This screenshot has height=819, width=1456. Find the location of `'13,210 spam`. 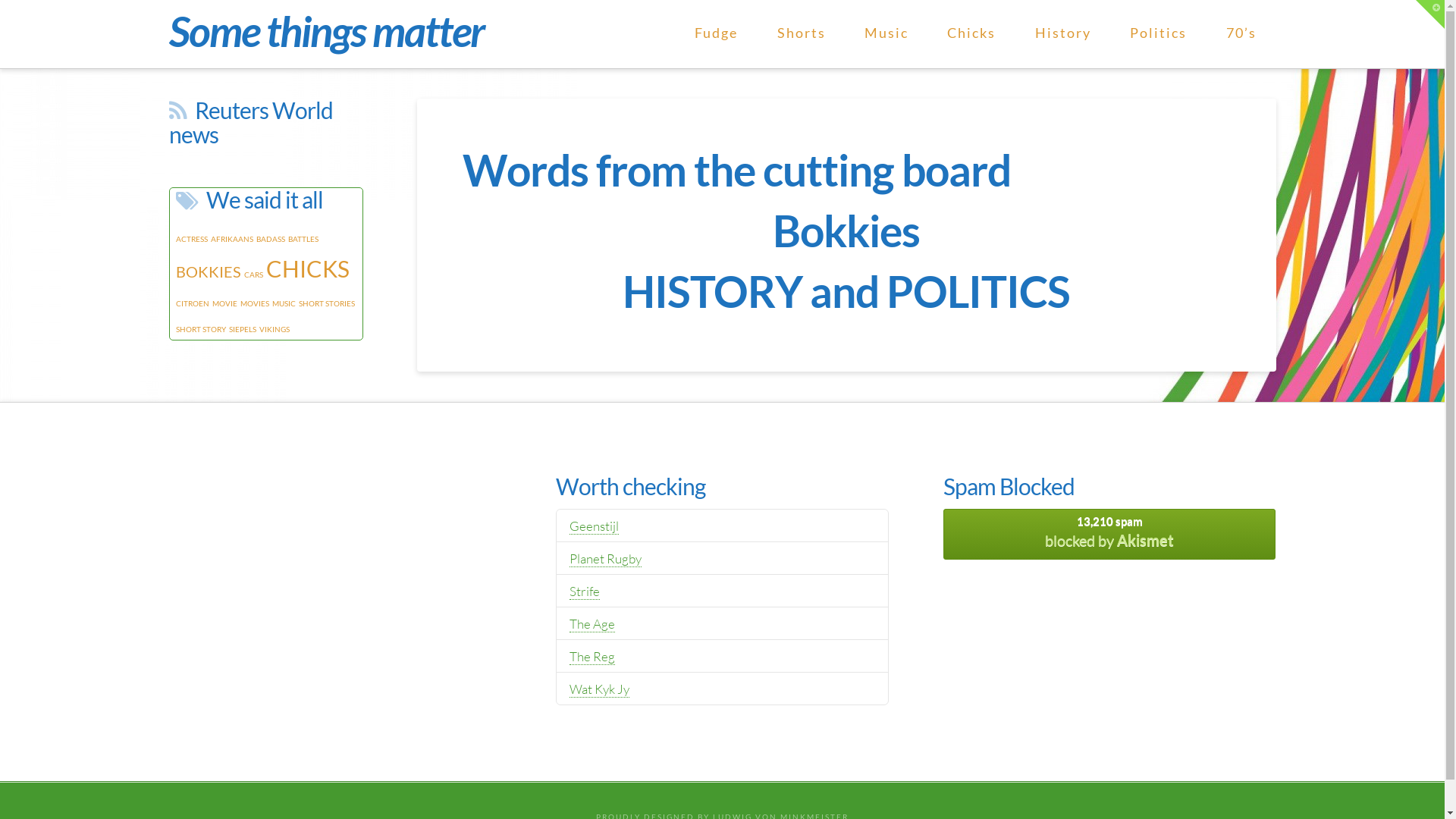

'13,210 spam is located at coordinates (1109, 533).